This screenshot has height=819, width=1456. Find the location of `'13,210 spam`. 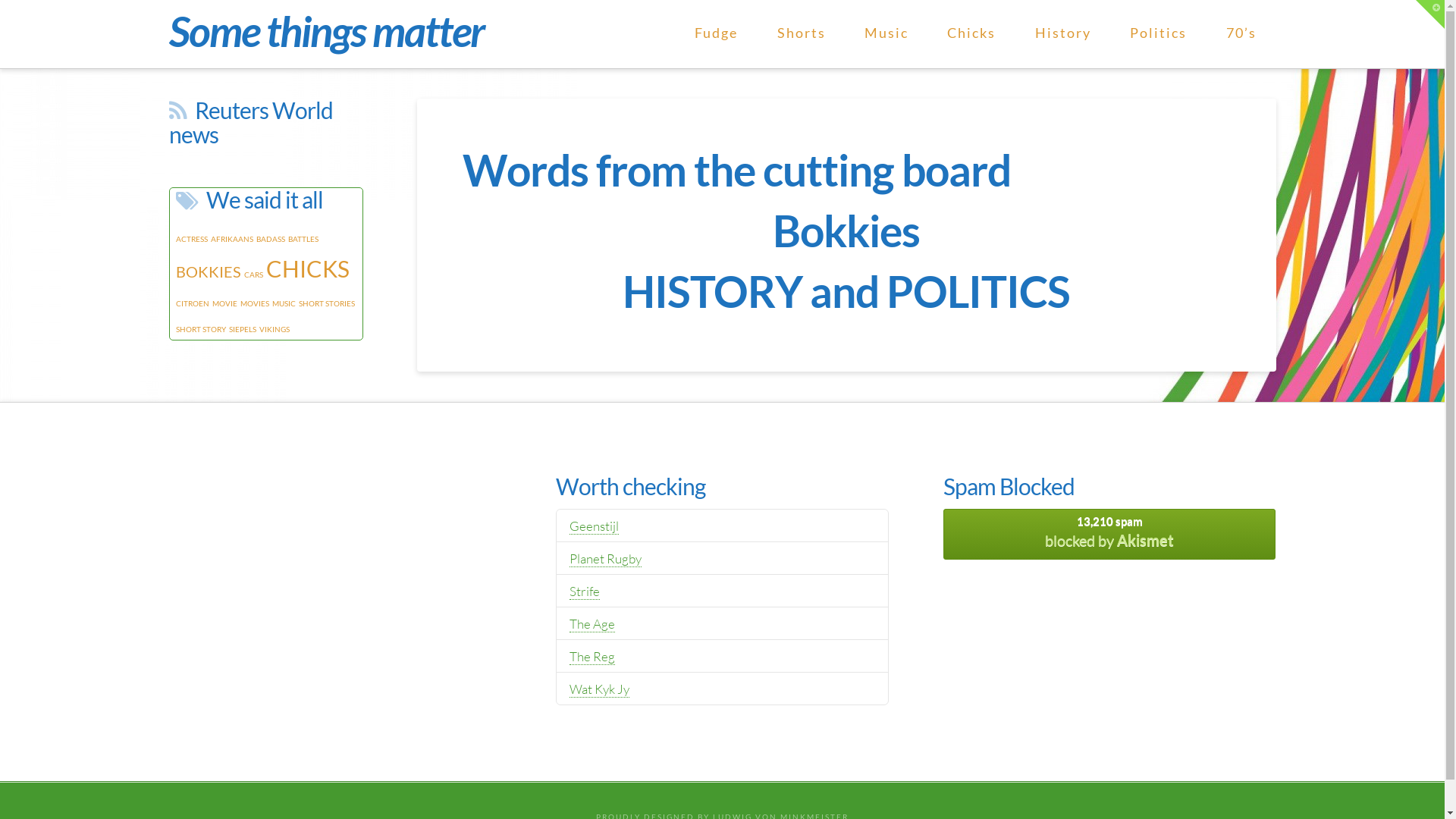

'13,210 spam is located at coordinates (1109, 533).